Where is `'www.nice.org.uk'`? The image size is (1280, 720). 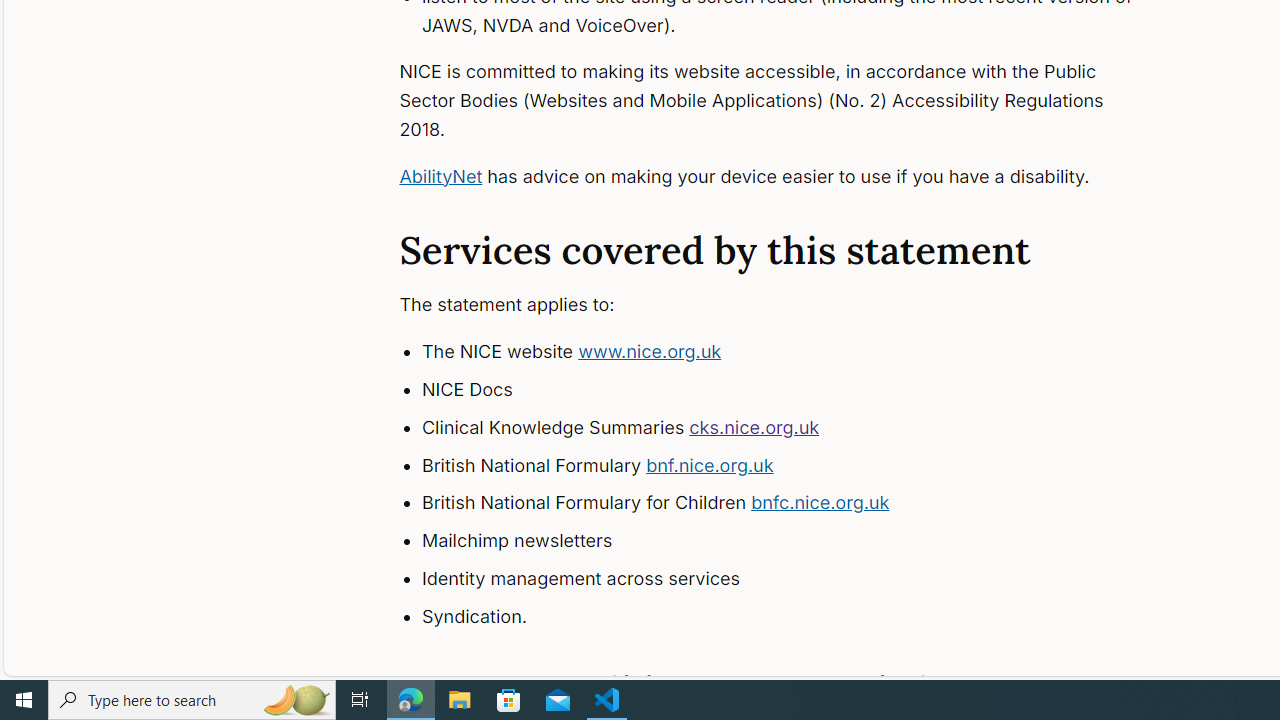 'www.nice.org.uk' is located at coordinates (650, 351).